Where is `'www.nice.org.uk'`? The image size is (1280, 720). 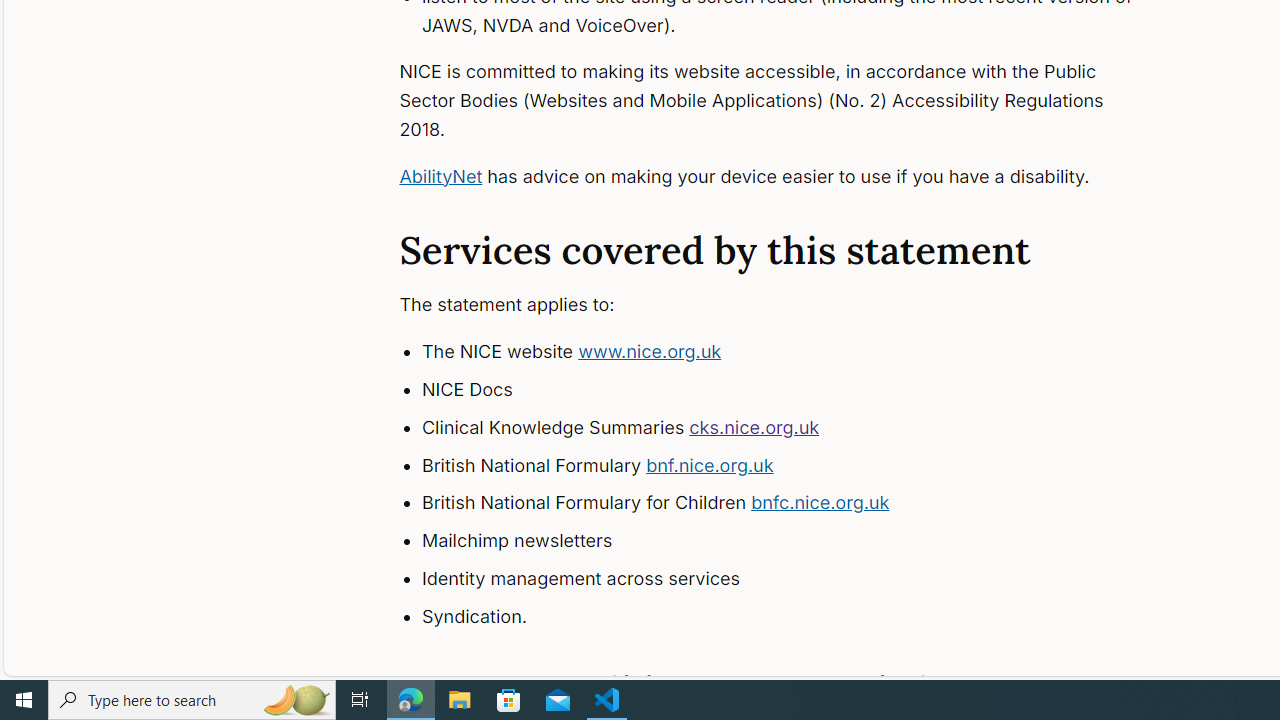 'www.nice.org.uk' is located at coordinates (650, 351).